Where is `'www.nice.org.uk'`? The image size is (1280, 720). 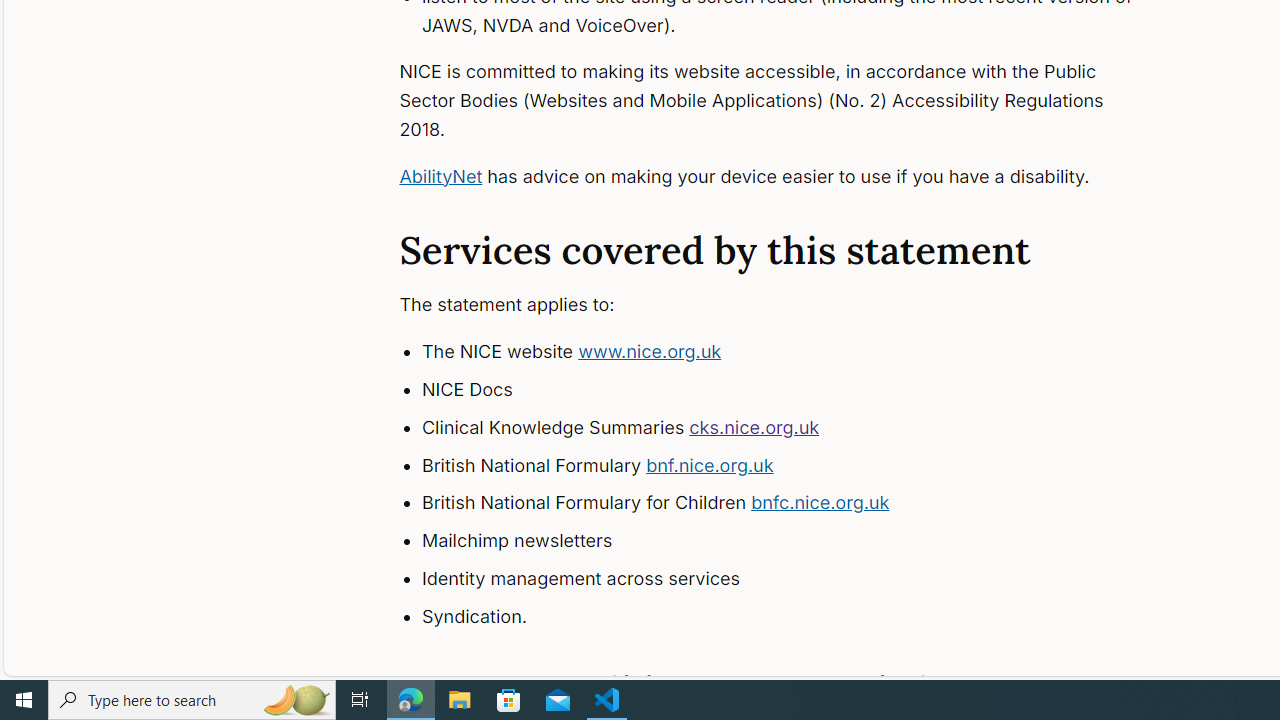 'www.nice.org.uk' is located at coordinates (650, 351).